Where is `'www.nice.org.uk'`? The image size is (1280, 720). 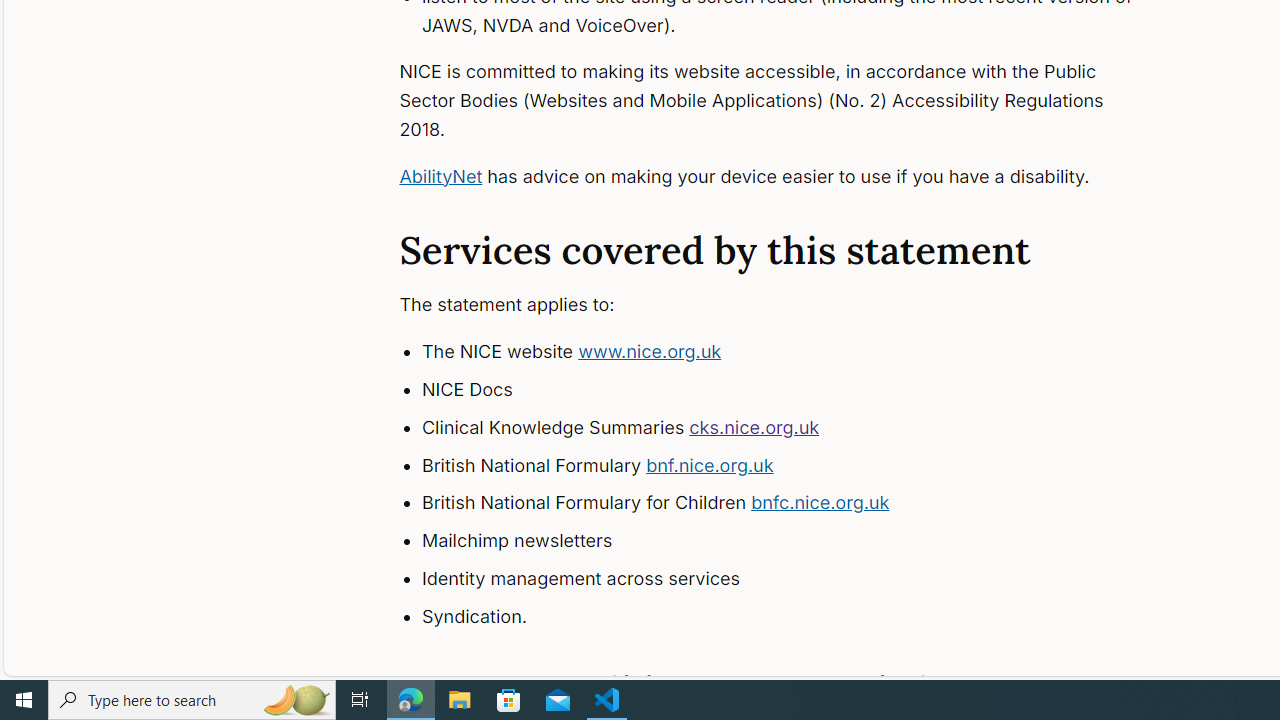 'www.nice.org.uk' is located at coordinates (650, 351).